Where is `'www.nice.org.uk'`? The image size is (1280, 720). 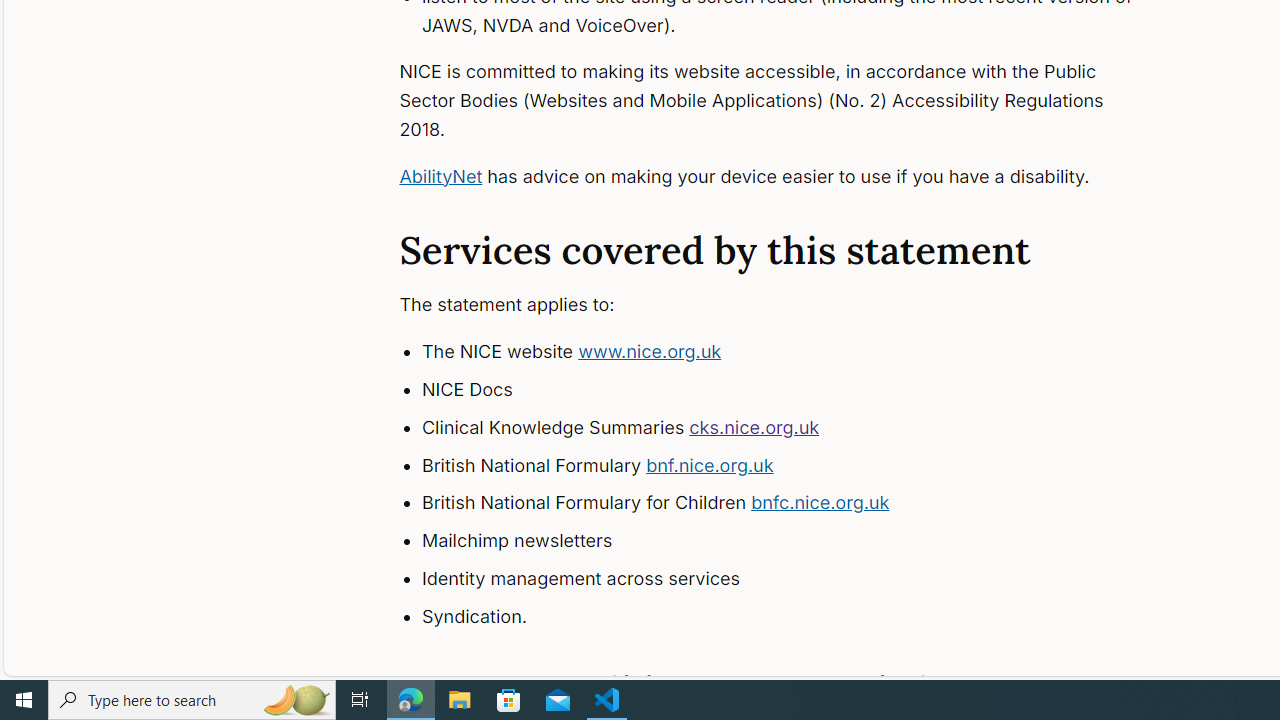 'www.nice.org.uk' is located at coordinates (650, 351).